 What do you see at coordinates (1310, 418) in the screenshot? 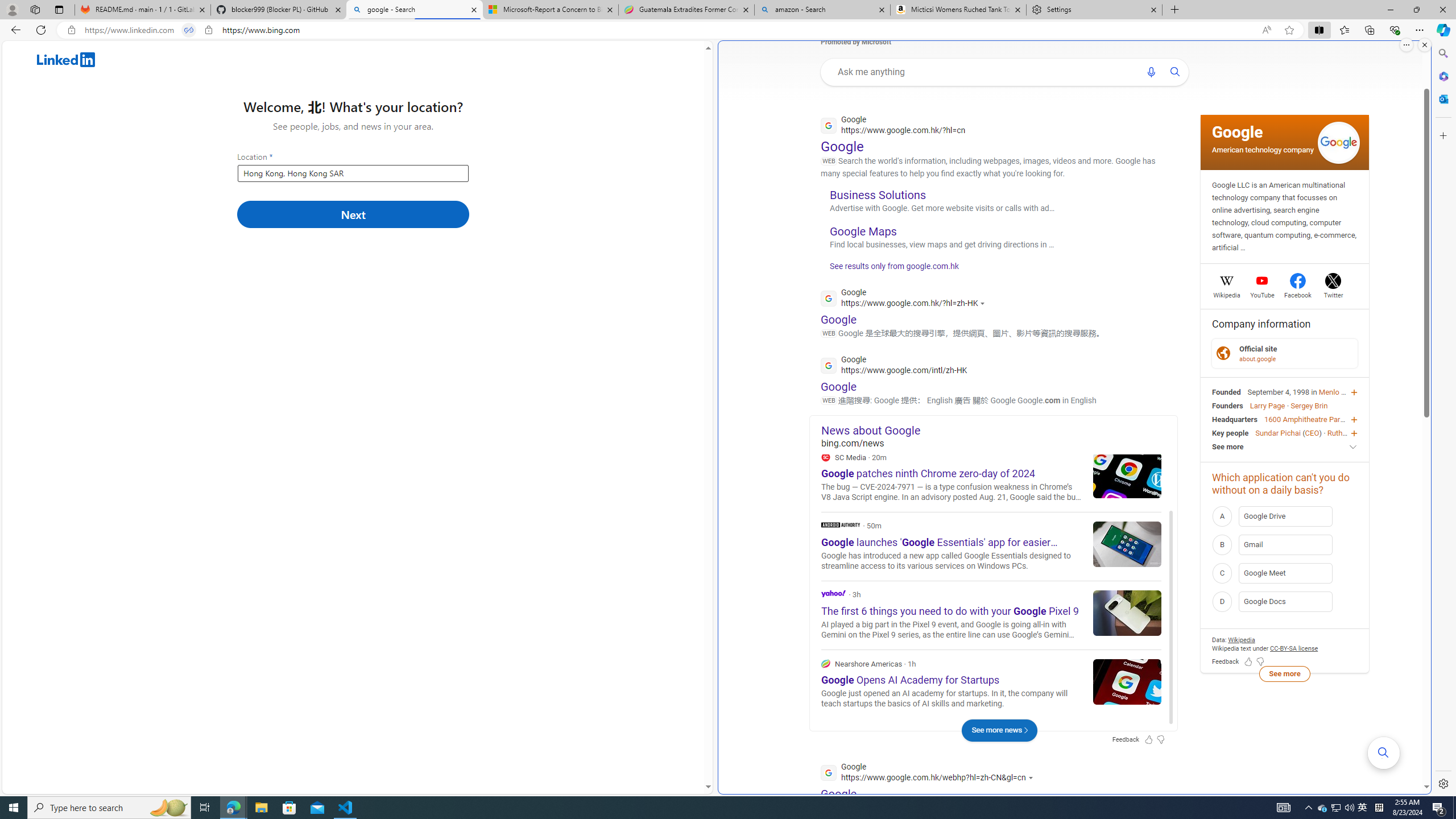
I see `'1600 Amphitheatre Parkway'` at bounding box center [1310, 418].